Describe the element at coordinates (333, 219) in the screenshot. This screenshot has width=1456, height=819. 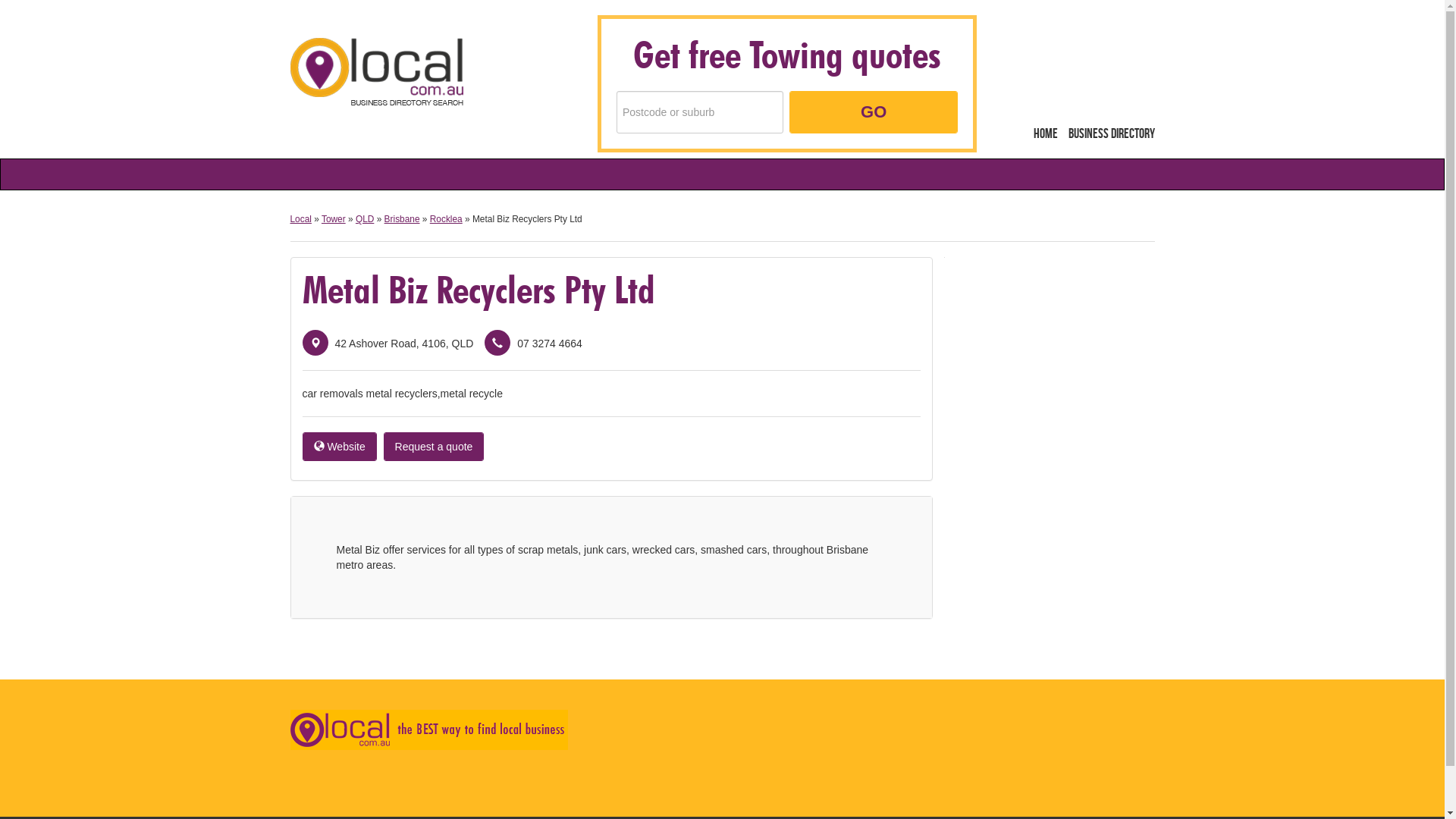
I see `'Tower'` at that location.